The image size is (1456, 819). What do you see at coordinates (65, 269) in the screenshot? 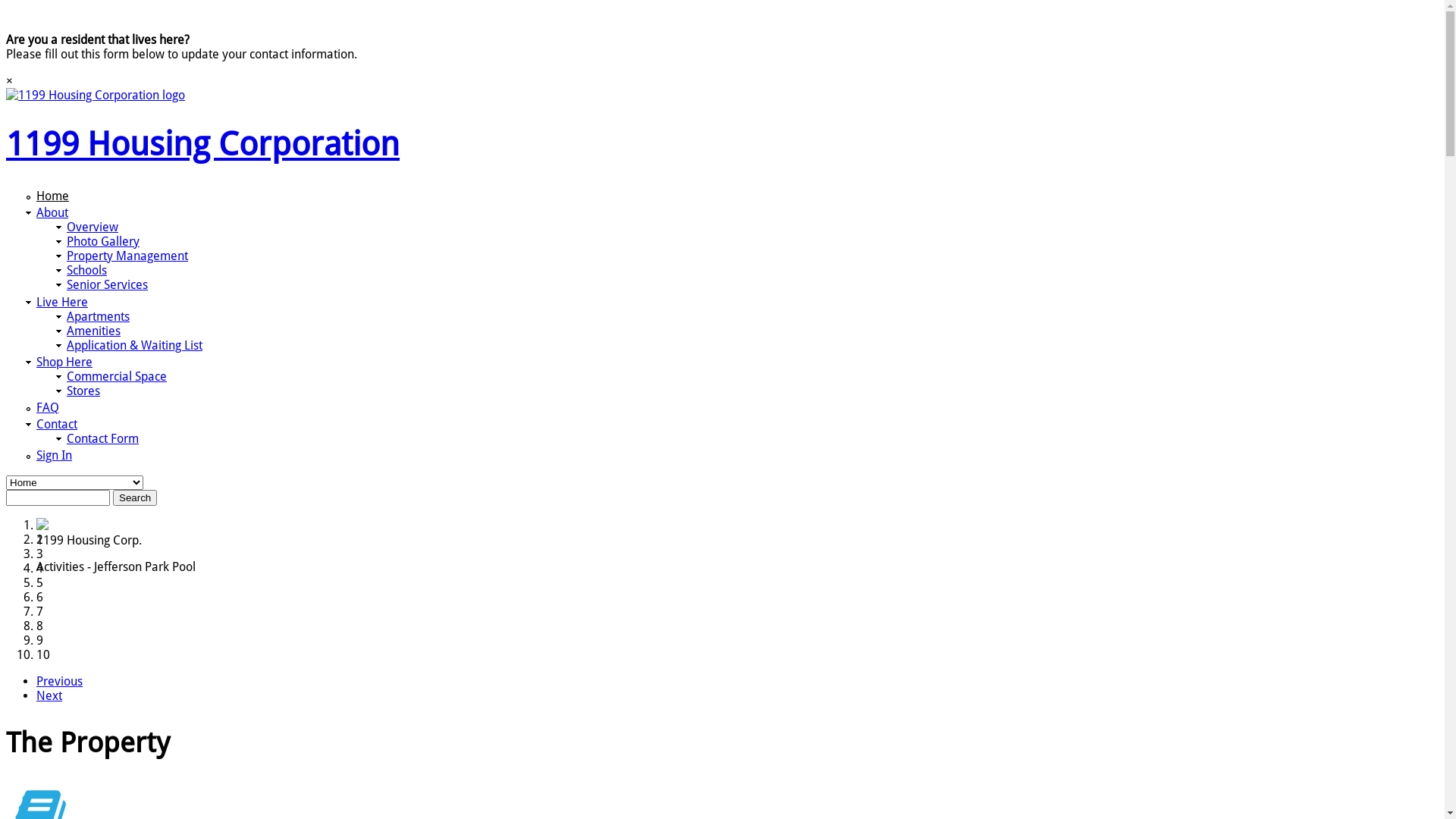
I see `'Schools'` at bounding box center [65, 269].